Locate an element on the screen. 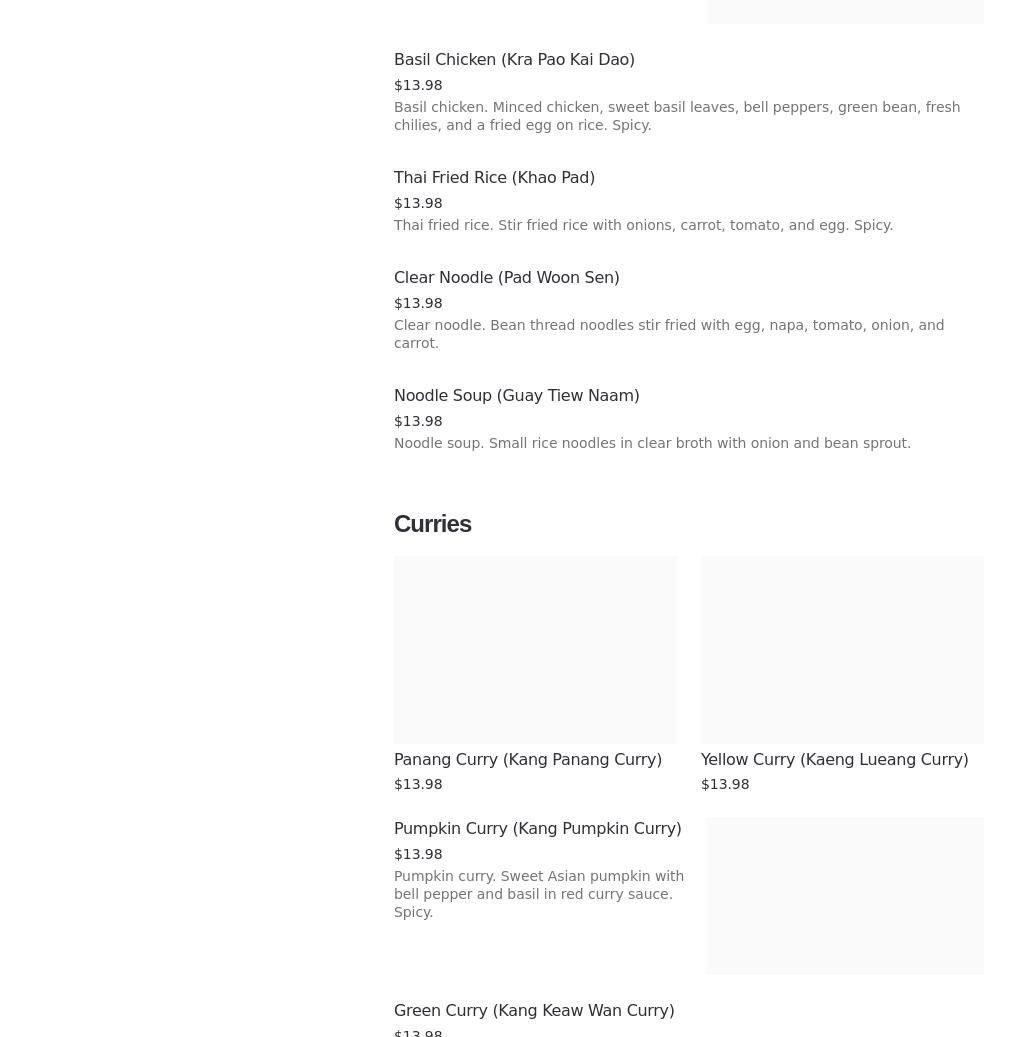 The width and height of the screenshot is (1024, 1037). 'Basil Chicken (Kra Pao Kai Dao)' is located at coordinates (514, 58).